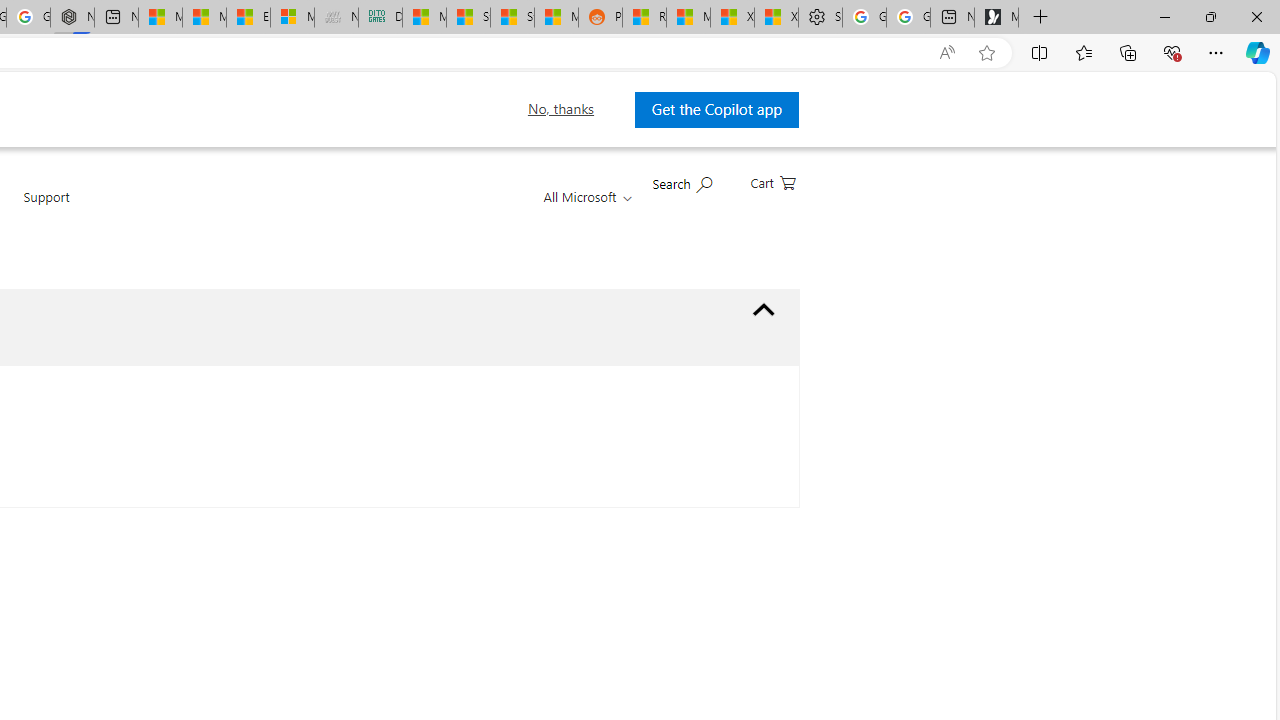 The image size is (1280, 720). I want to click on 'What product are you reporting on? no option selected', so click(763, 309).